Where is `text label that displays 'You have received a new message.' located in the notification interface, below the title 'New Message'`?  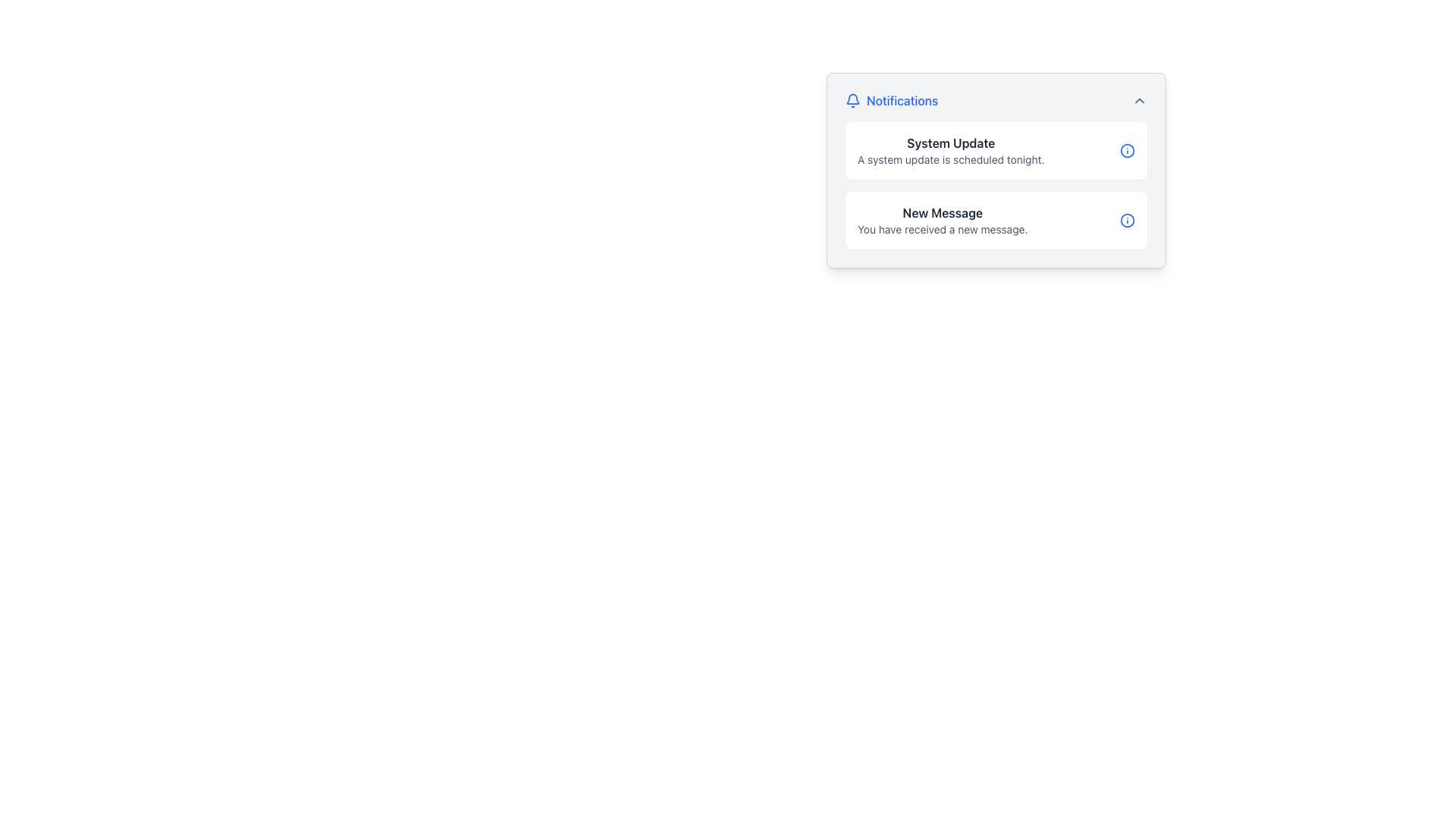 text label that displays 'You have received a new message.' located in the notification interface, below the title 'New Message' is located at coordinates (942, 230).